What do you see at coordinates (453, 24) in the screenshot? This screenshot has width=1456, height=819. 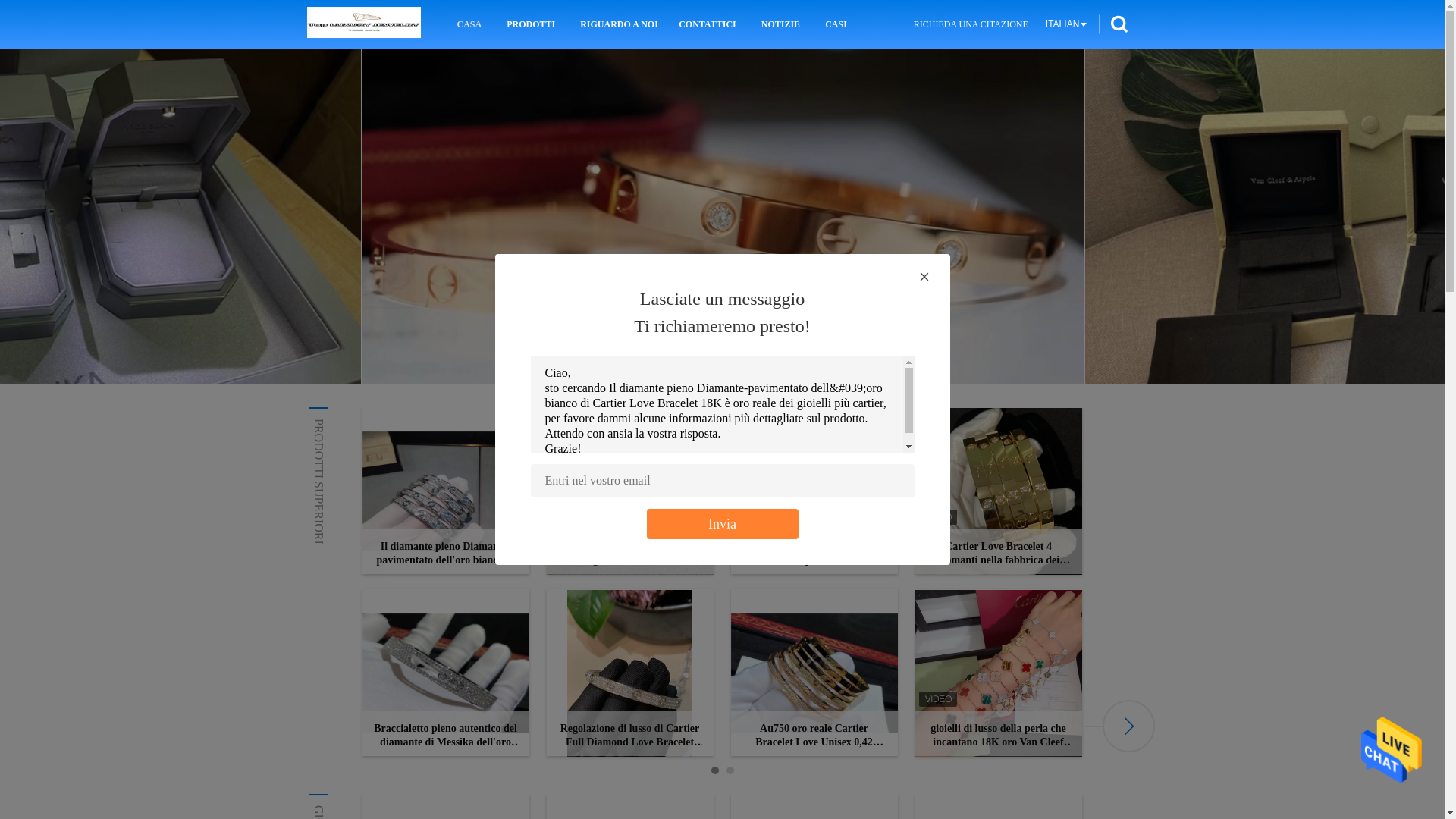 I see `'CASA'` at bounding box center [453, 24].